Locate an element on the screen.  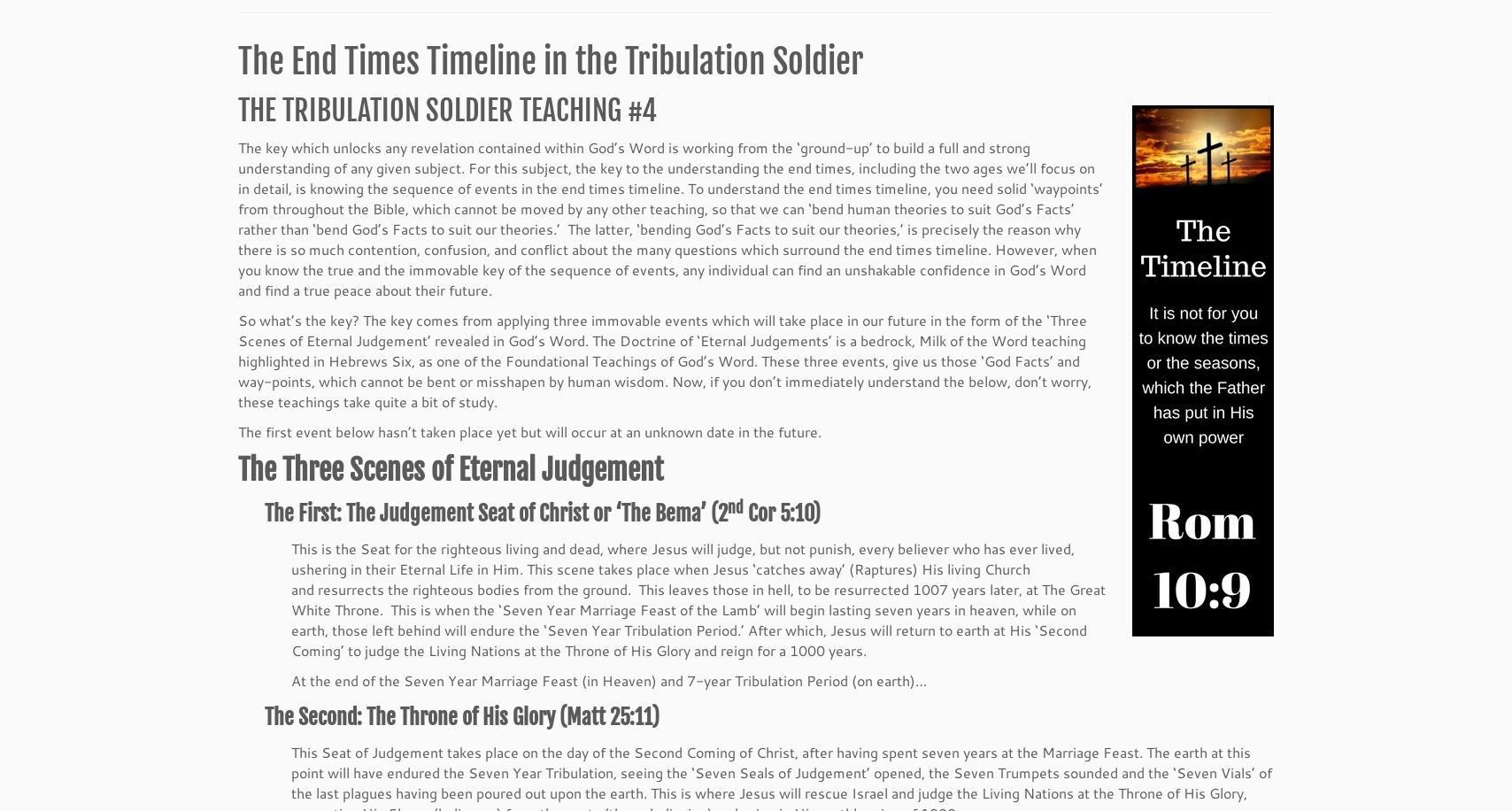
'So what’s the key? The key comes from applying three immovable events which will take place in our future in the form of the ‘Three Scenes of Eternal Judgement’ revealed in God’s Word. The Doctrine of ‘Eternal Judgements’ is a bedrock, Milk of the Word teaching highlighted in Hebrews Six, as one of the Foundational Teachings of God’s Word. These three events, give us those ‘God Facts’ and way-points, which cannot be bent or misshapen by human wisdom. Now, if you don’t immediately understand the below, don’t worry, these teachings take quite a bit of study.' is located at coordinates (665, 361).